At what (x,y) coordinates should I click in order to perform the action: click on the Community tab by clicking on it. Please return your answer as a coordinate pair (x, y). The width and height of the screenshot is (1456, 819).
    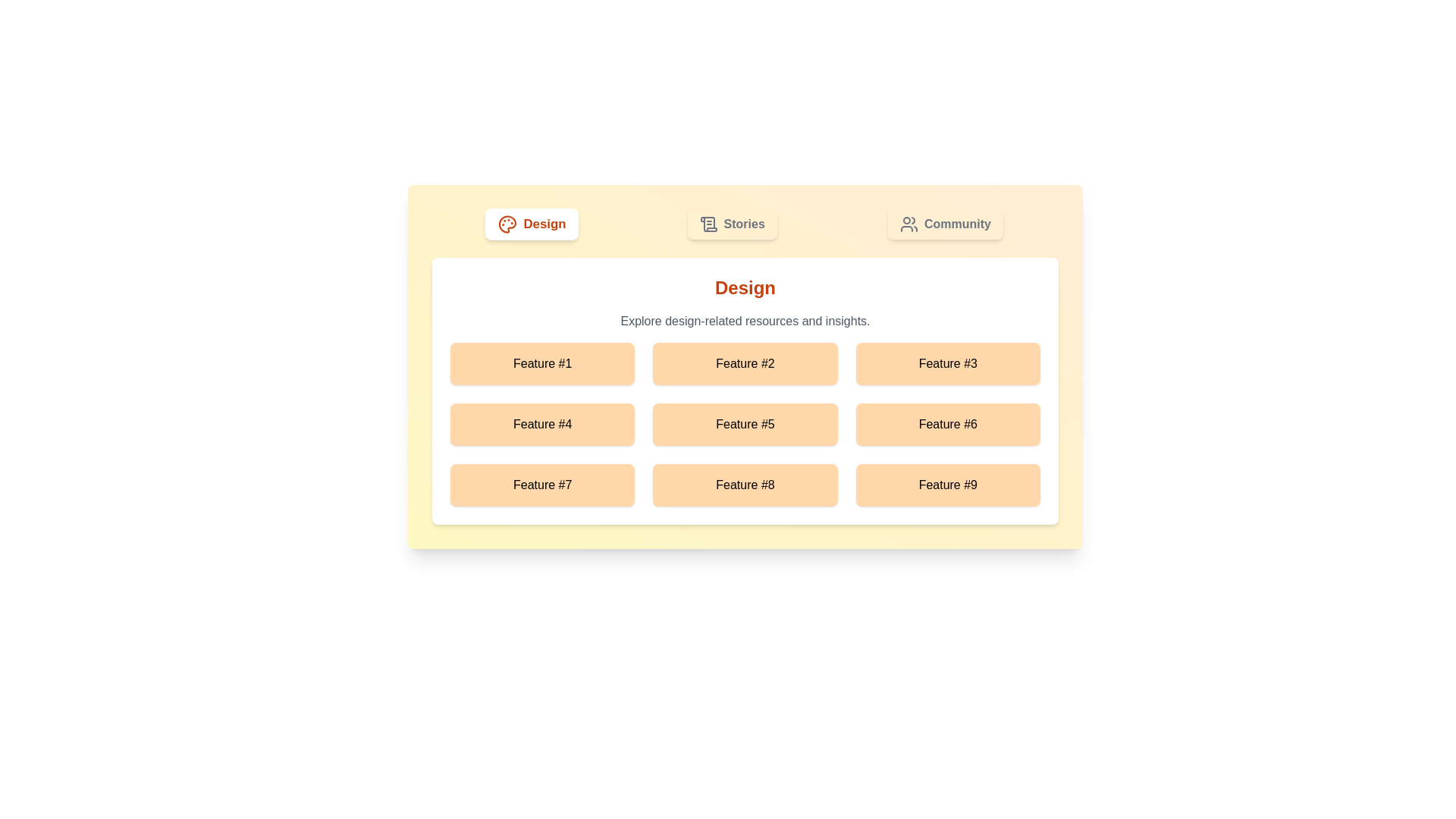
    Looking at the image, I should click on (944, 224).